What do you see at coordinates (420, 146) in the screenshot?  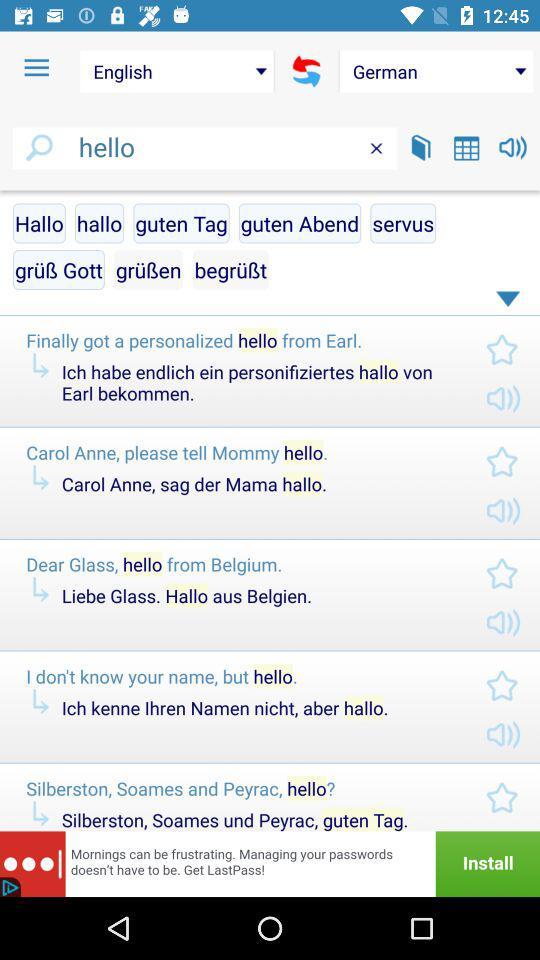 I see `the book icon` at bounding box center [420, 146].